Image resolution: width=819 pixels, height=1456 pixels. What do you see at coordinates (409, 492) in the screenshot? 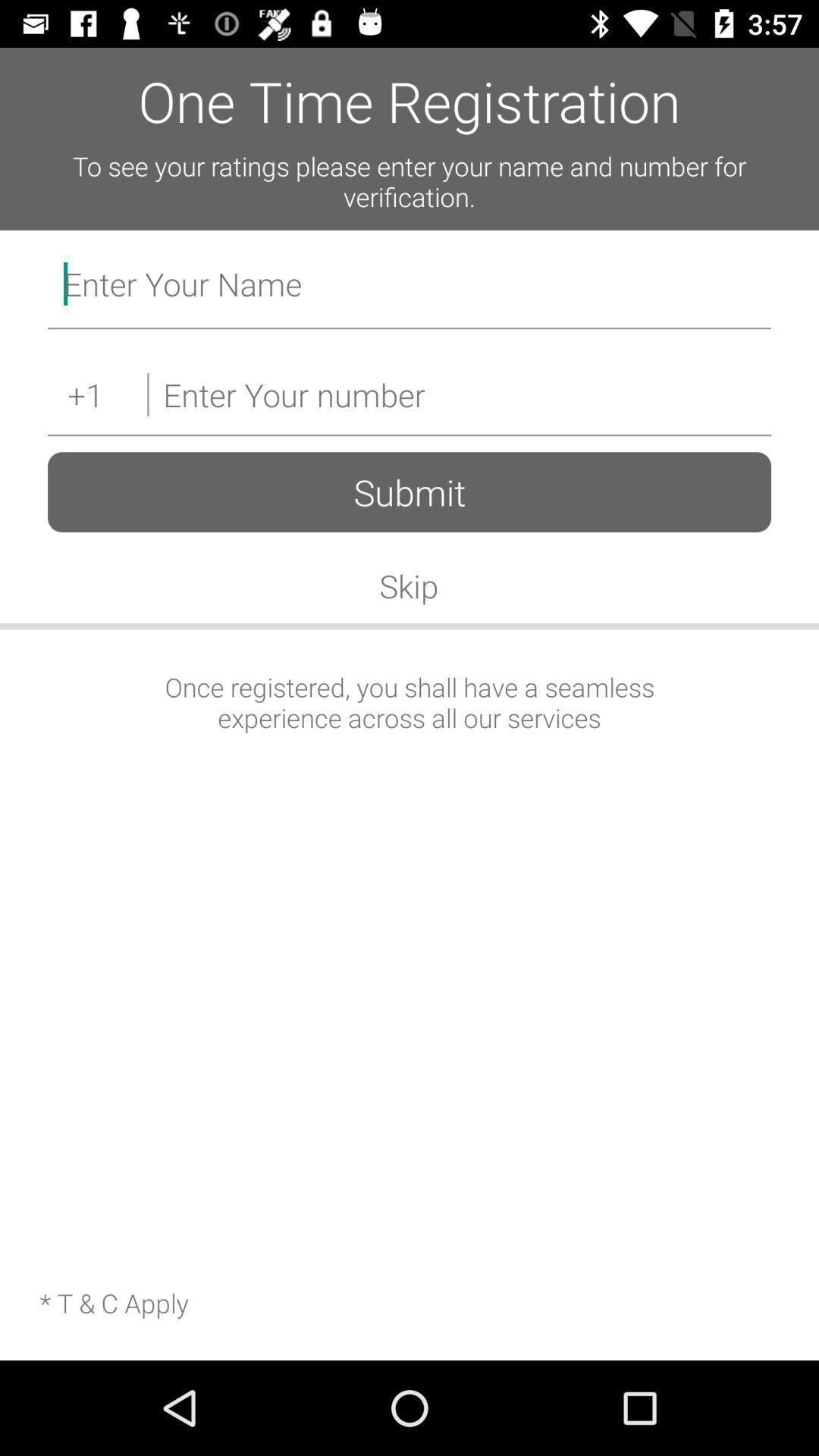
I see `the item above the skip` at bounding box center [409, 492].